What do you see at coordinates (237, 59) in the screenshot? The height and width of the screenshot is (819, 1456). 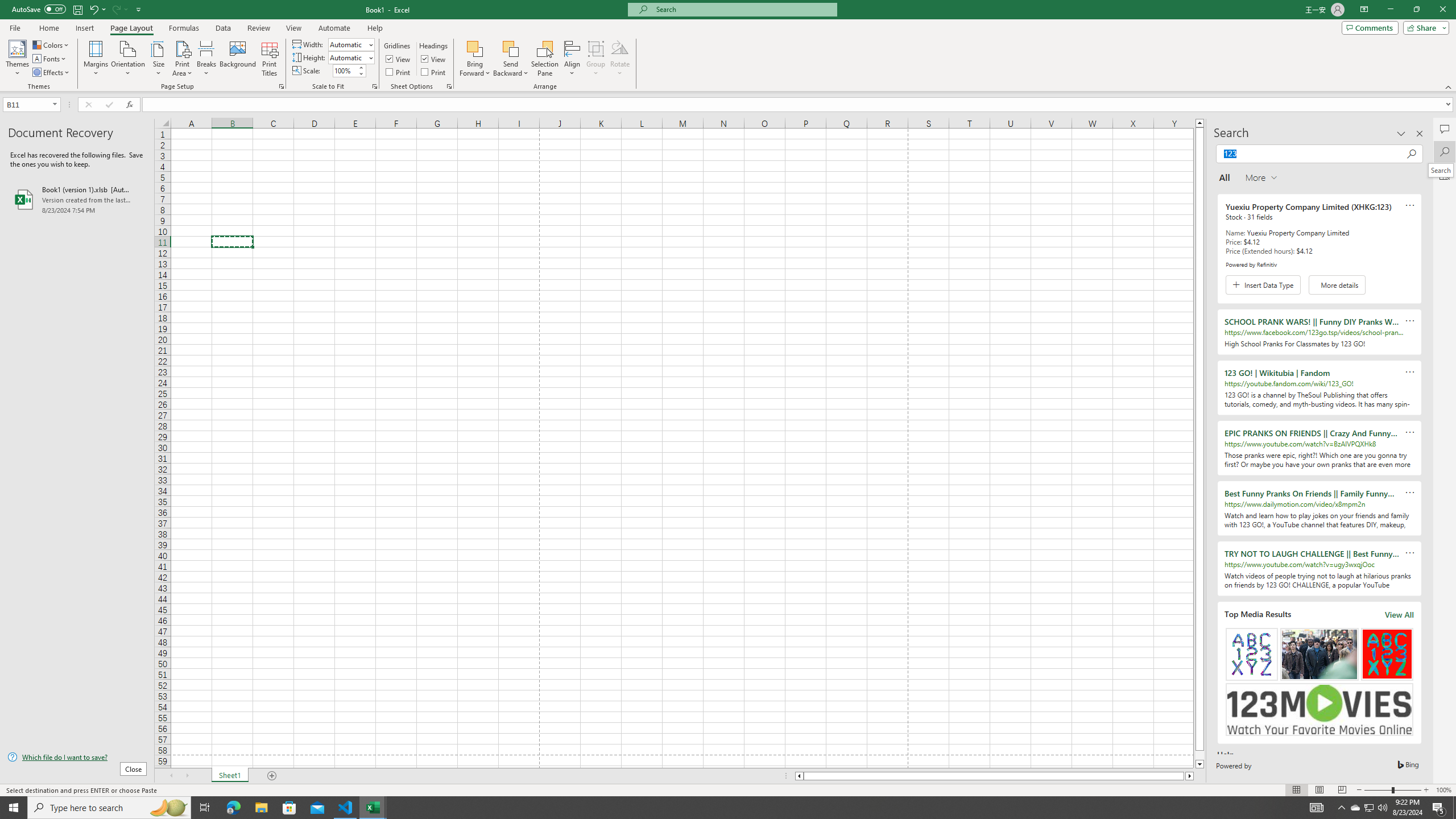 I see `'Background...'` at bounding box center [237, 59].